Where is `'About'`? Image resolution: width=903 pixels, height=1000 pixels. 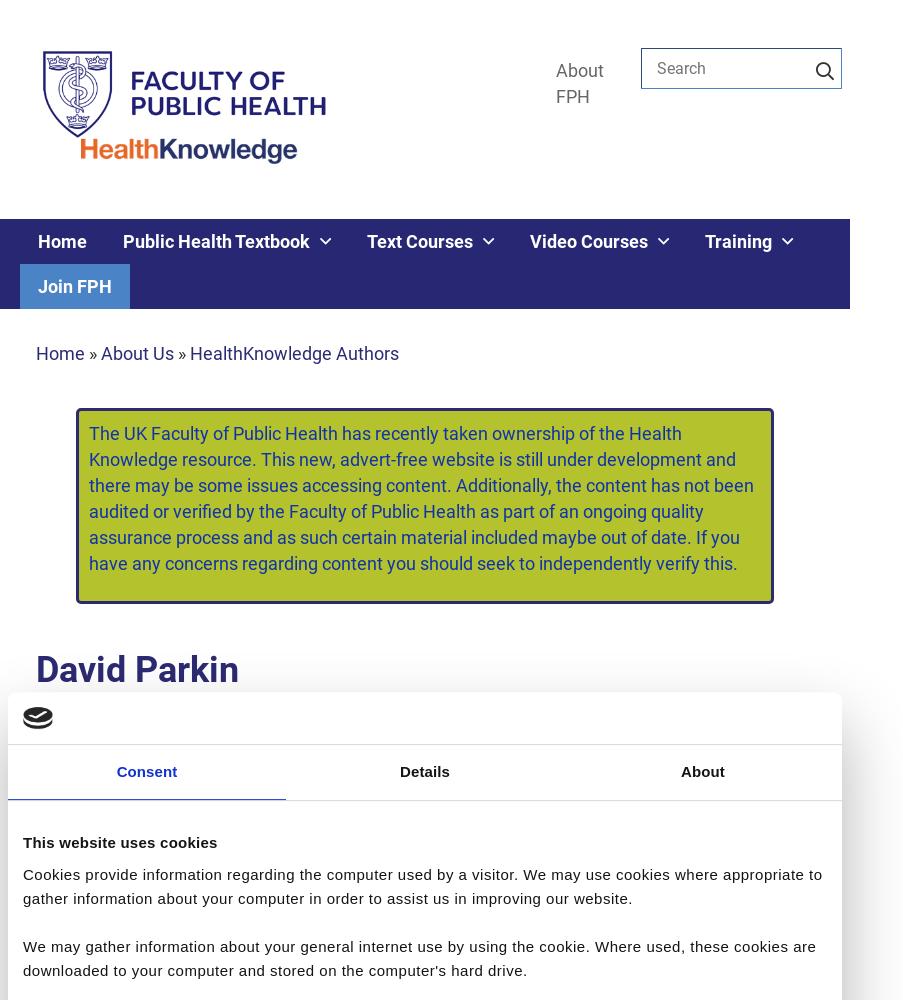
'About' is located at coordinates (680, 771).